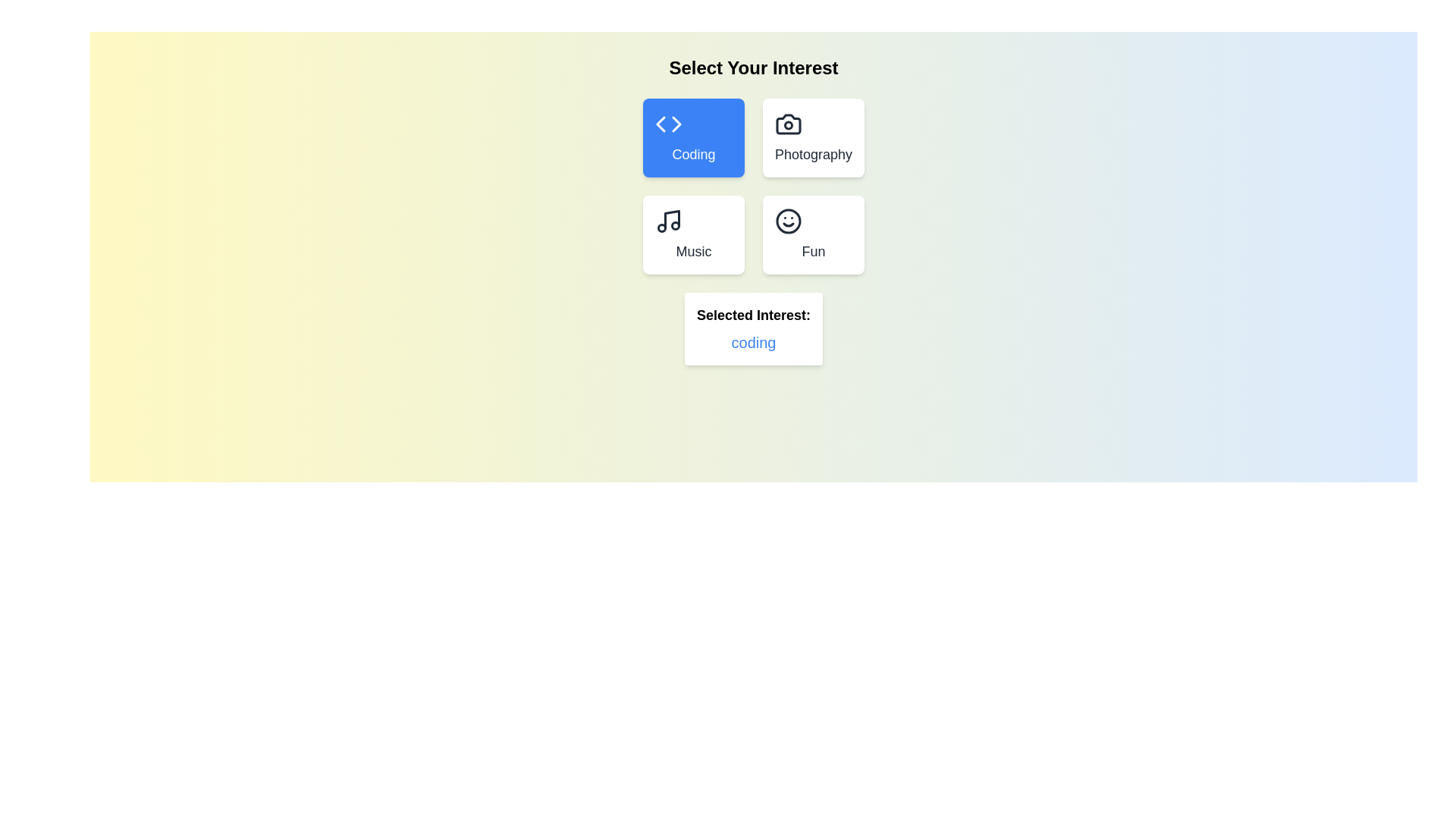  Describe the element at coordinates (813, 234) in the screenshot. I see `the button corresponding to the interest Fun` at that location.